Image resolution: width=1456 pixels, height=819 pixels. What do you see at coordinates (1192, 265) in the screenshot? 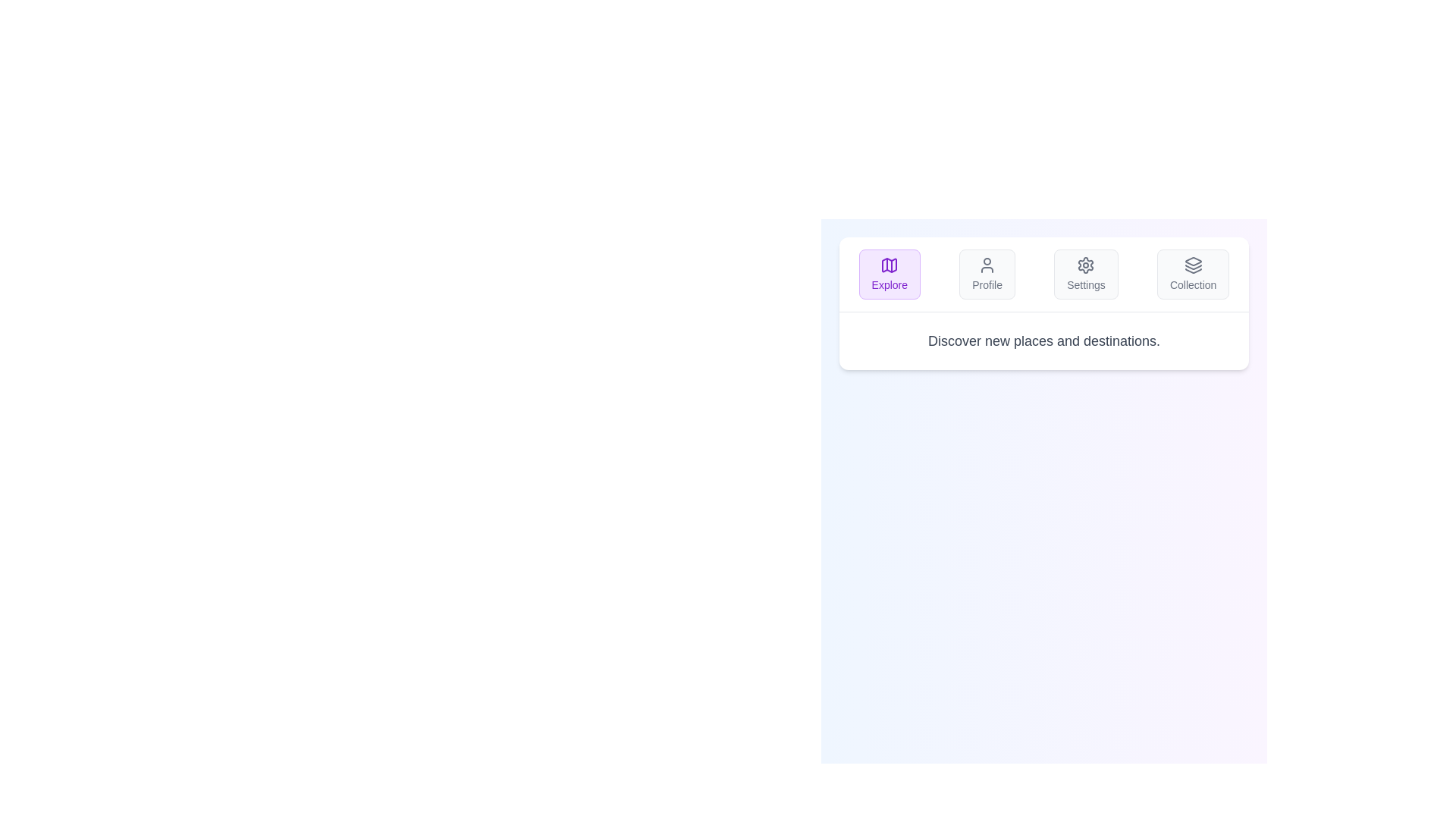
I see `the Vector graphic icon within the 'Collection' button, which is styled with a minimalist line art design and rendered in dark gray` at bounding box center [1192, 265].